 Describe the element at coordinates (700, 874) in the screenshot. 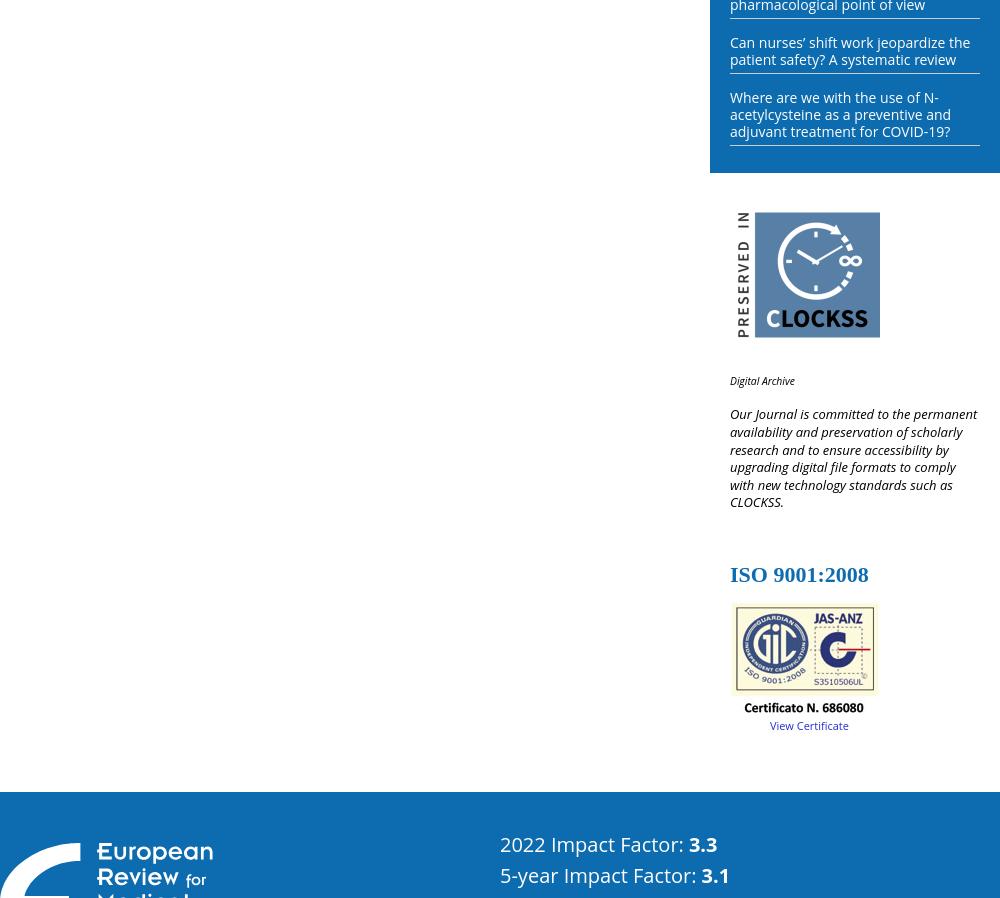

I see `'3.1'` at that location.